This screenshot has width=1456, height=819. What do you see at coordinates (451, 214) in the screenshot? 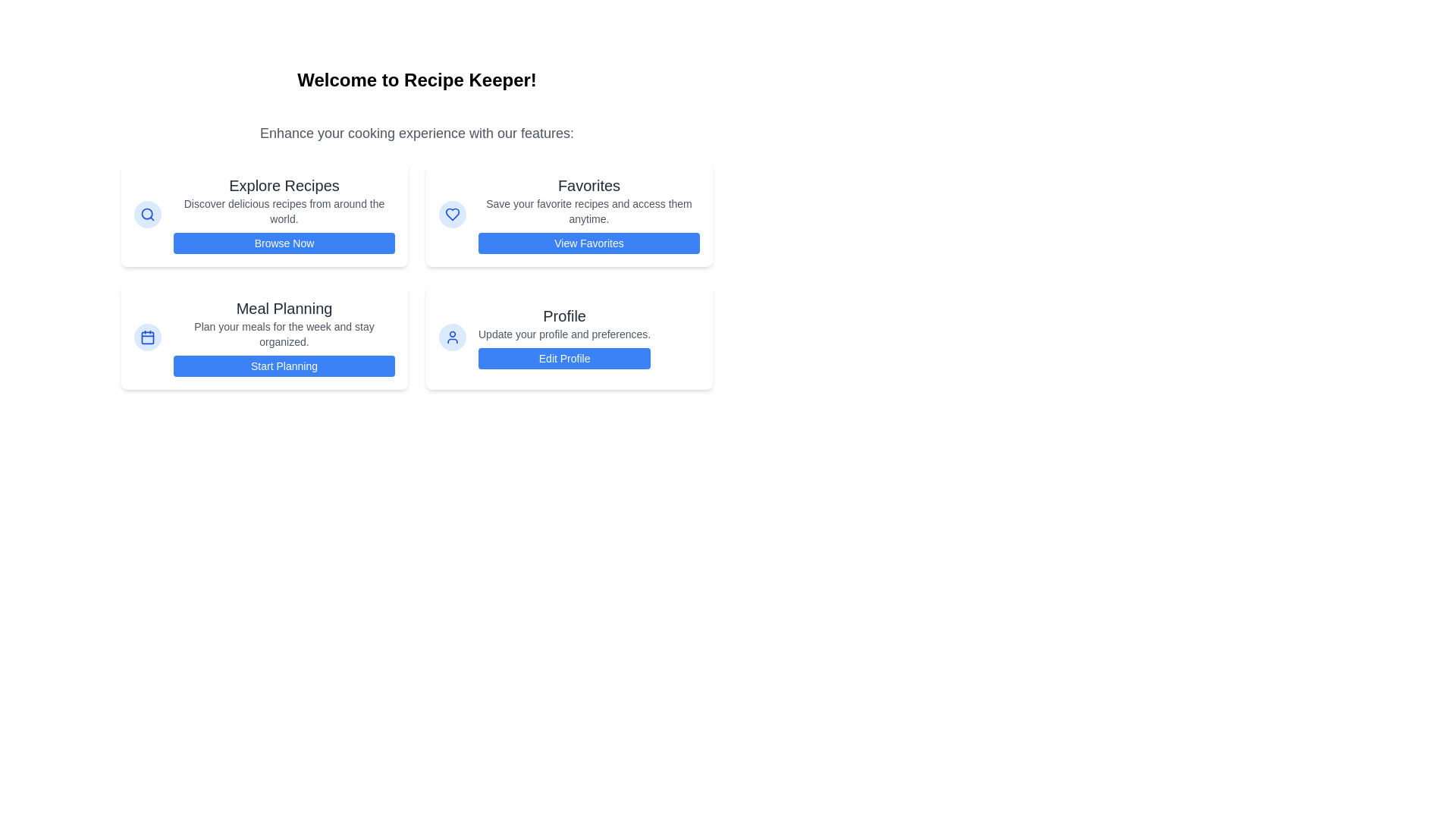
I see `the circular icon with a light blue background and dark blue heart symbol located in the 'Favorites' panel, positioned towards the upper-left part above the text description and button` at bounding box center [451, 214].